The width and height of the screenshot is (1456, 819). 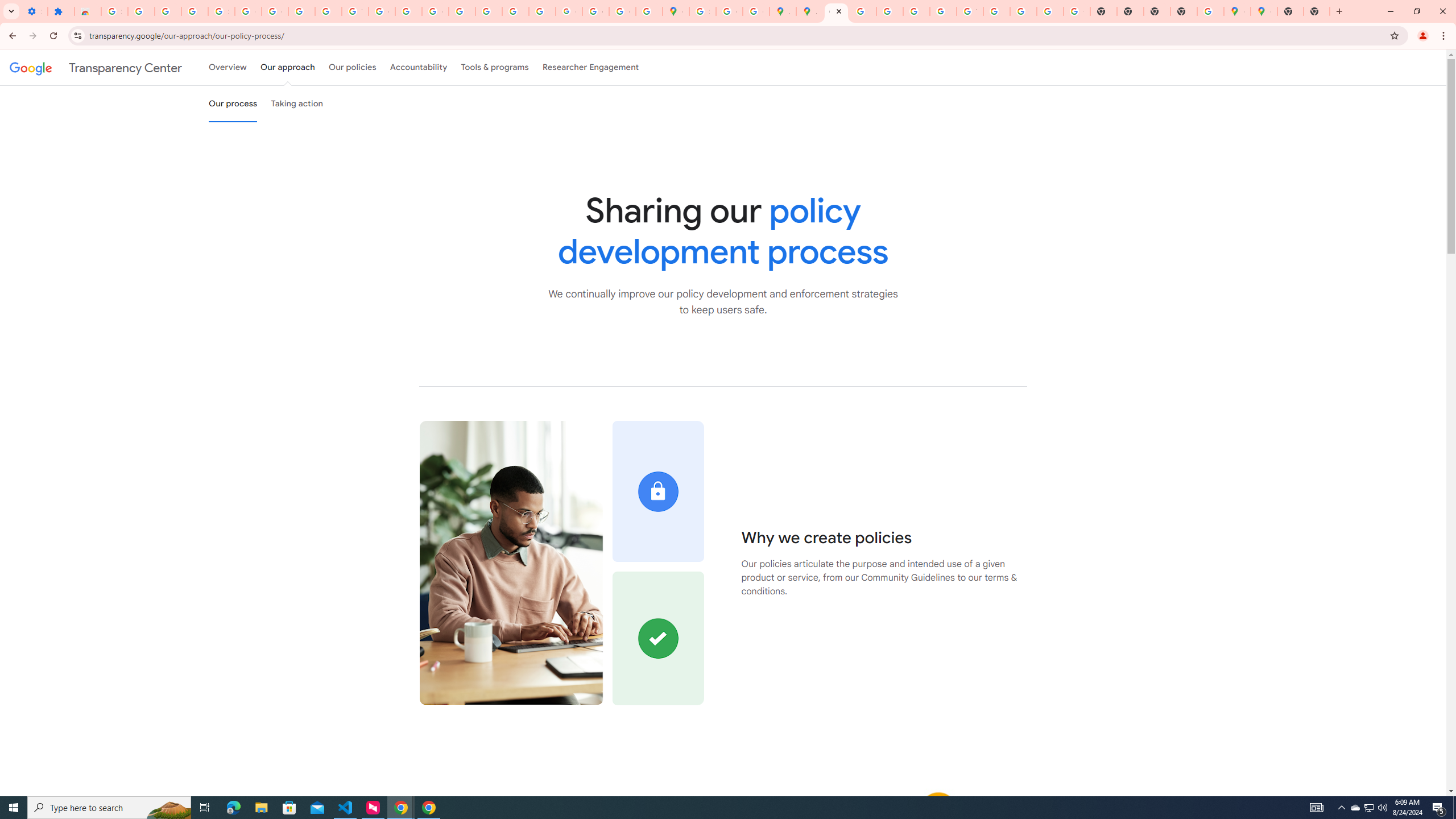 What do you see at coordinates (1210, 11) in the screenshot?
I see `'Use Google Maps in Space - Google Maps Help'` at bounding box center [1210, 11].